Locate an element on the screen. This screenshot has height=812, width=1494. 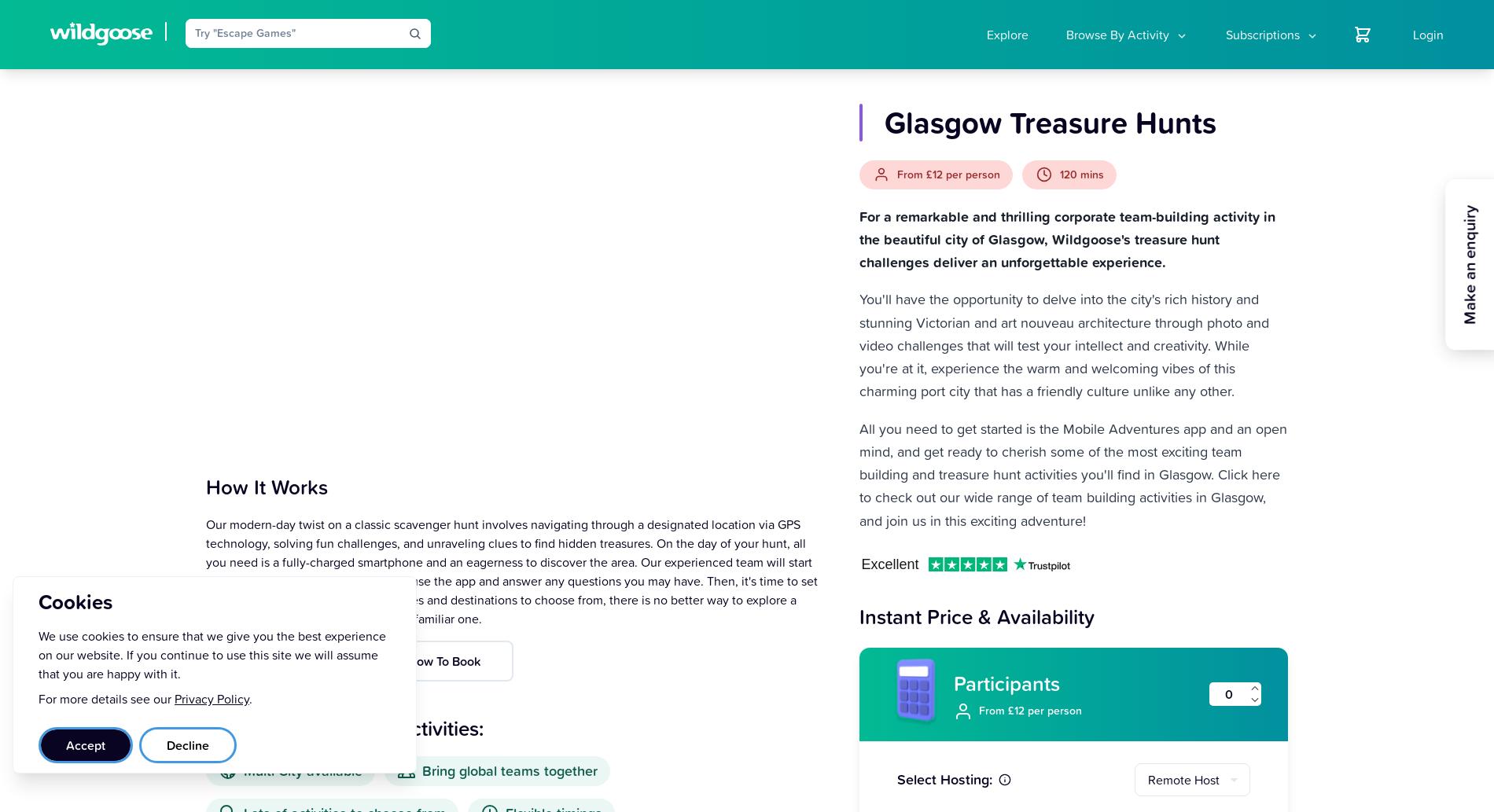
'Virtual Activities' is located at coordinates (1100, 143).